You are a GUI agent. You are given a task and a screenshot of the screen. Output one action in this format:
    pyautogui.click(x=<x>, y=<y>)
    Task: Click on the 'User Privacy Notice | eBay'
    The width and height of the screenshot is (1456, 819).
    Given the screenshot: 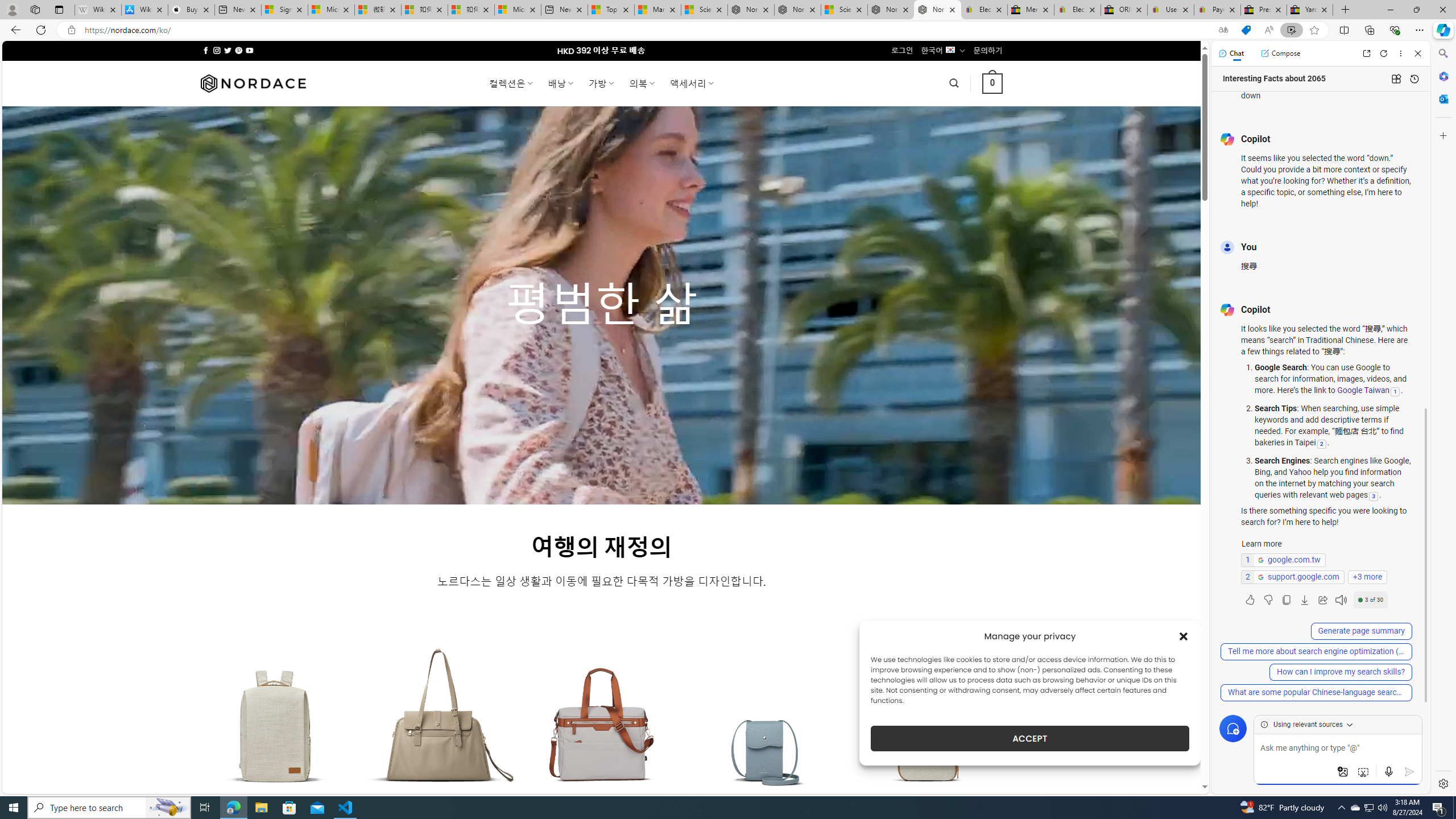 What is the action you would take?
    pyautogui.click(x=1170, y=9)
    